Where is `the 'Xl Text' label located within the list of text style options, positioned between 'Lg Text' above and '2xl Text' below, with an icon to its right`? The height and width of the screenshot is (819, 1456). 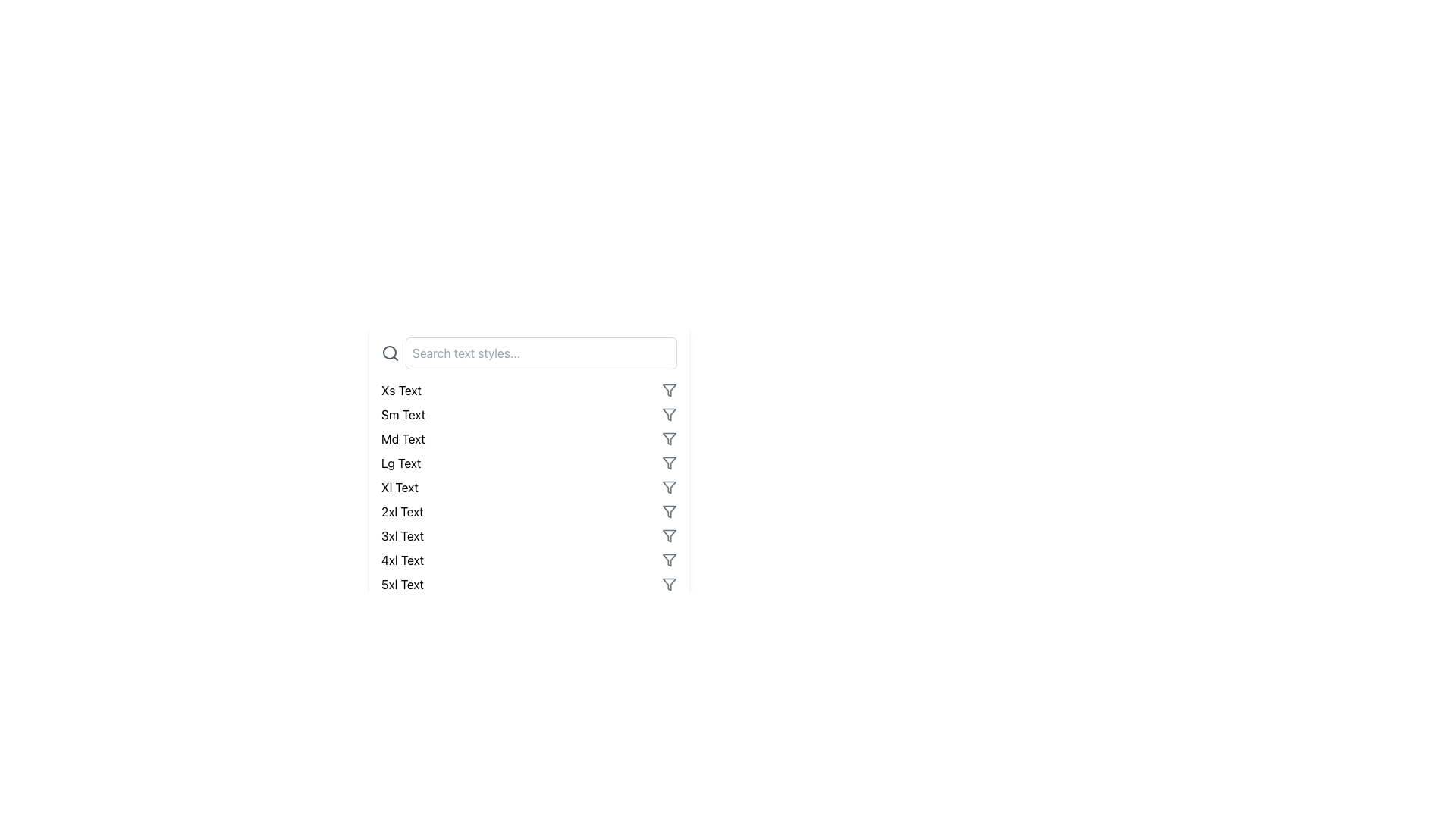 the 'Xl Text' label located within the list of text style options, positioned between 'Lg Text' above and '2xl Text' below, with an icon to its right is located at coordinates (400, 488).